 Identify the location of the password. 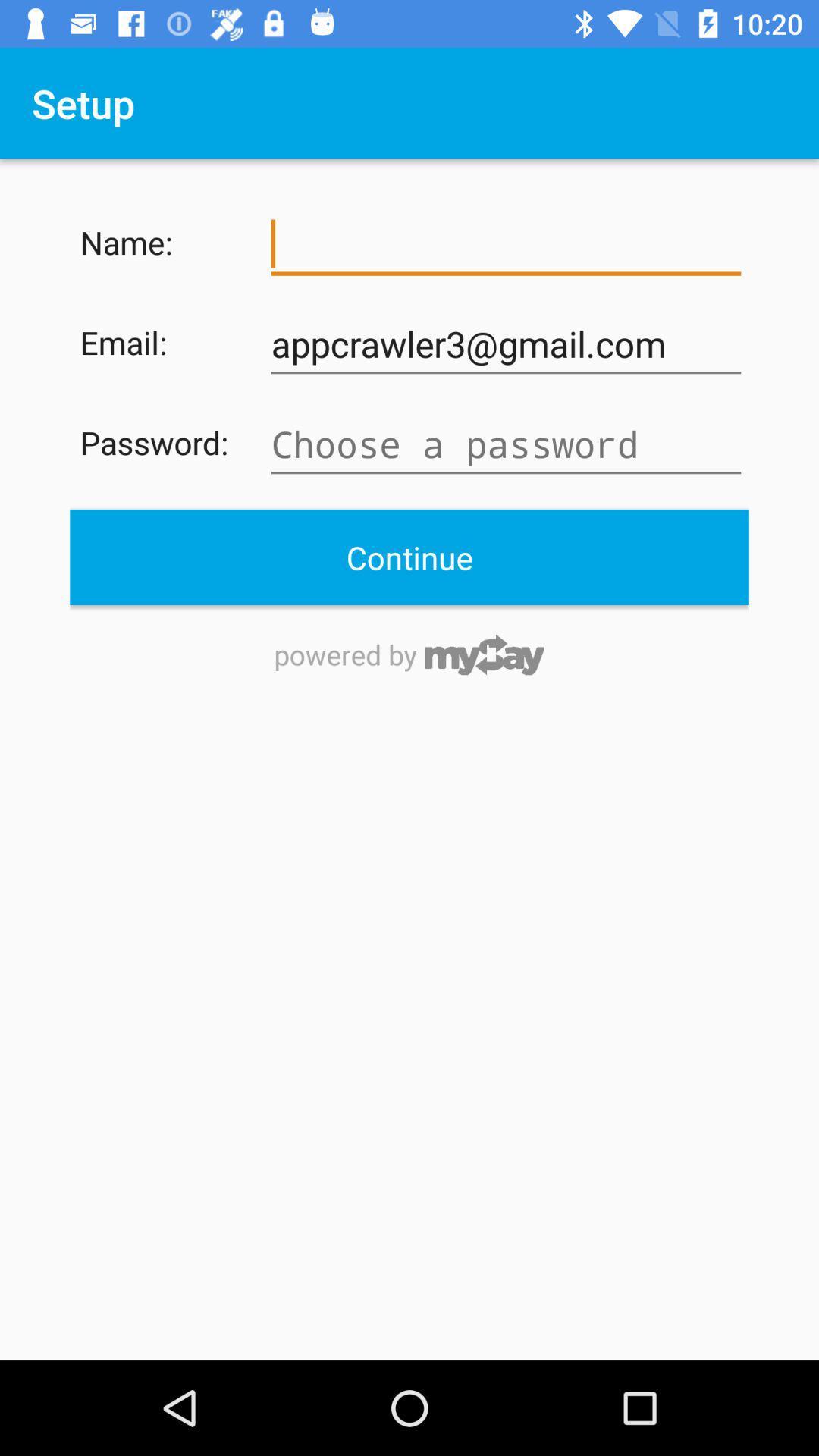
(506, 444).